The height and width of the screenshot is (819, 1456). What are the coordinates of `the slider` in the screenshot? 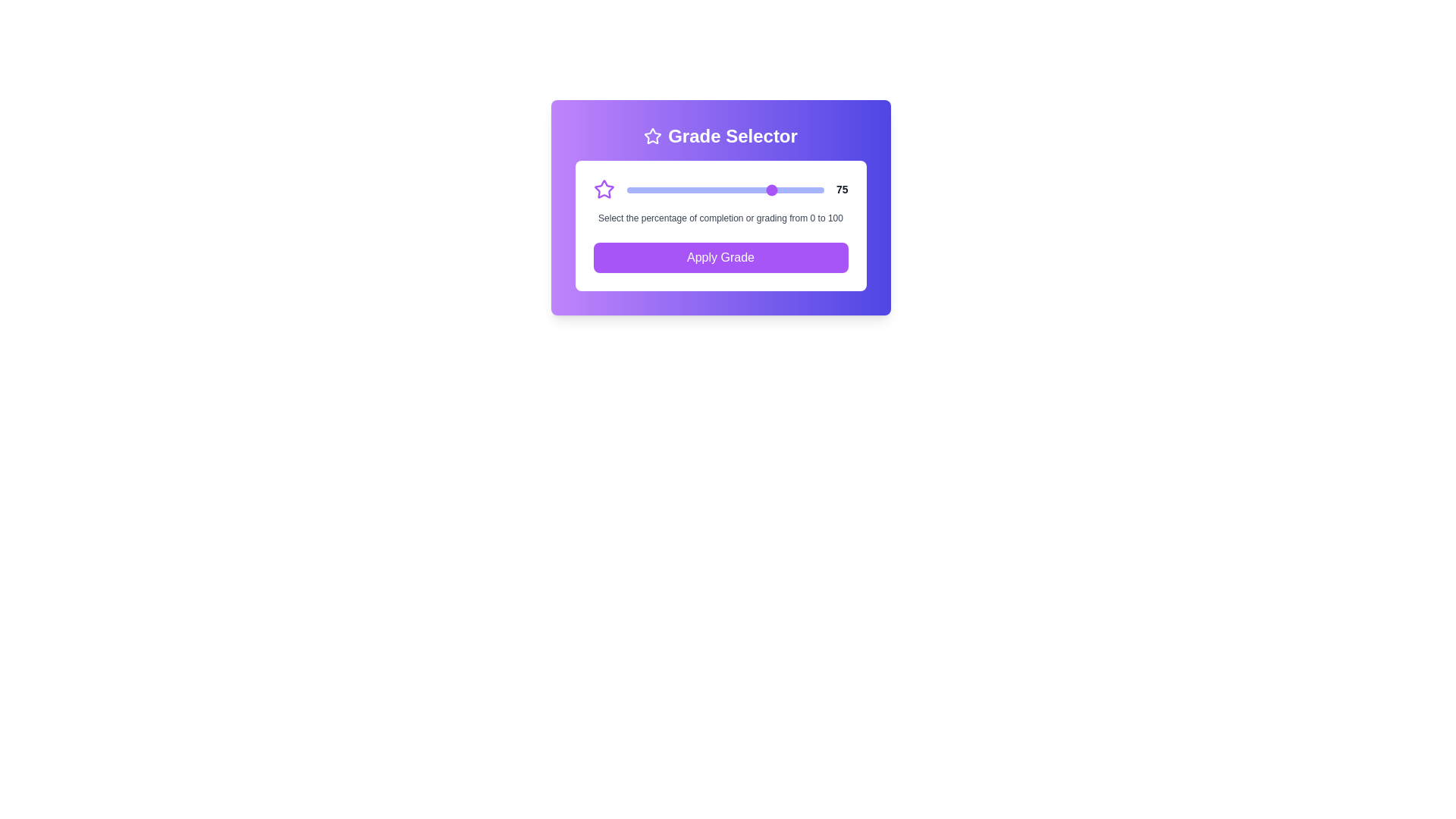 It's located at (779, 189).